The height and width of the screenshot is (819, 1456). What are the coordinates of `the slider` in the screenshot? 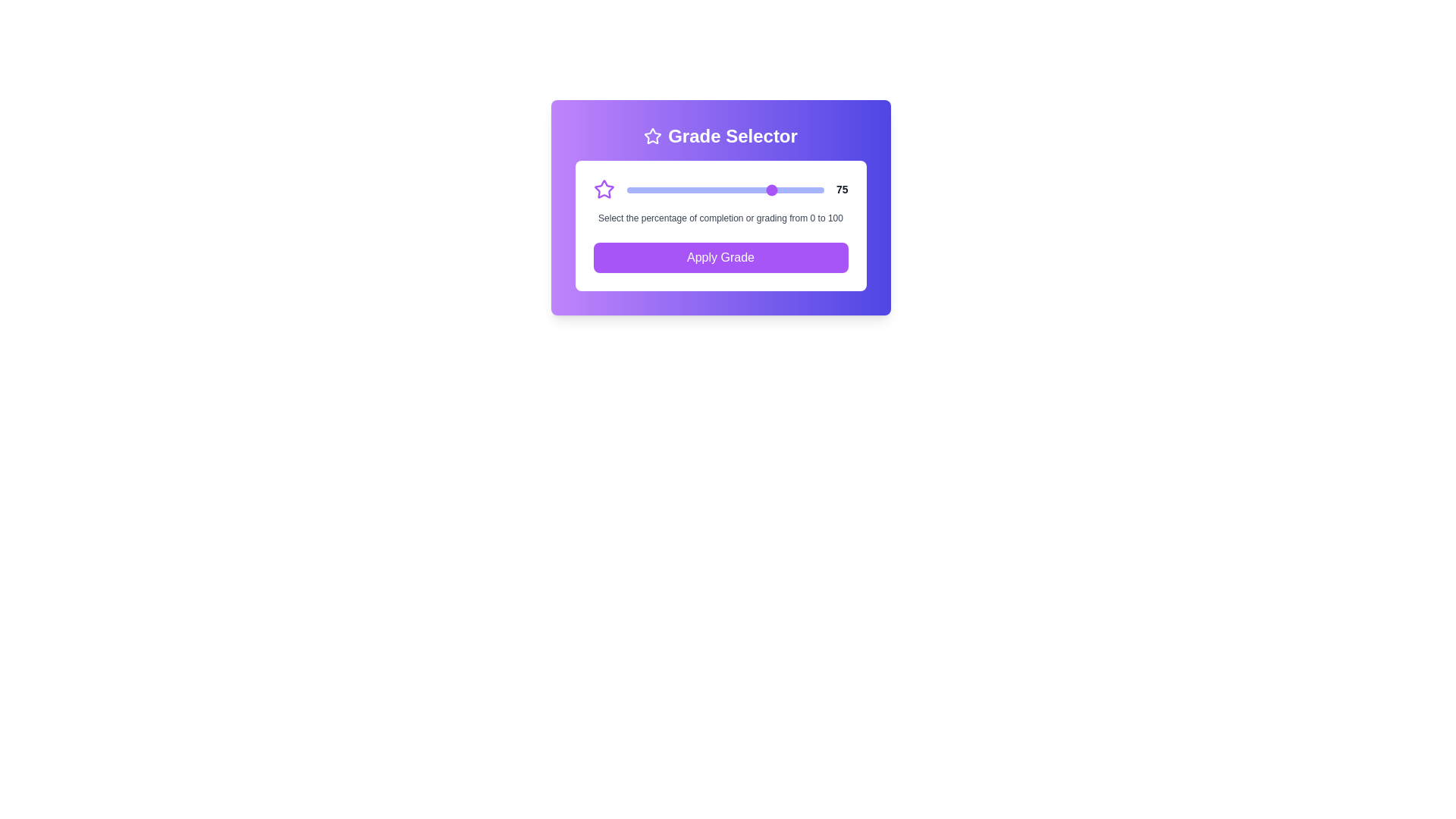 It's located at (779, 189).